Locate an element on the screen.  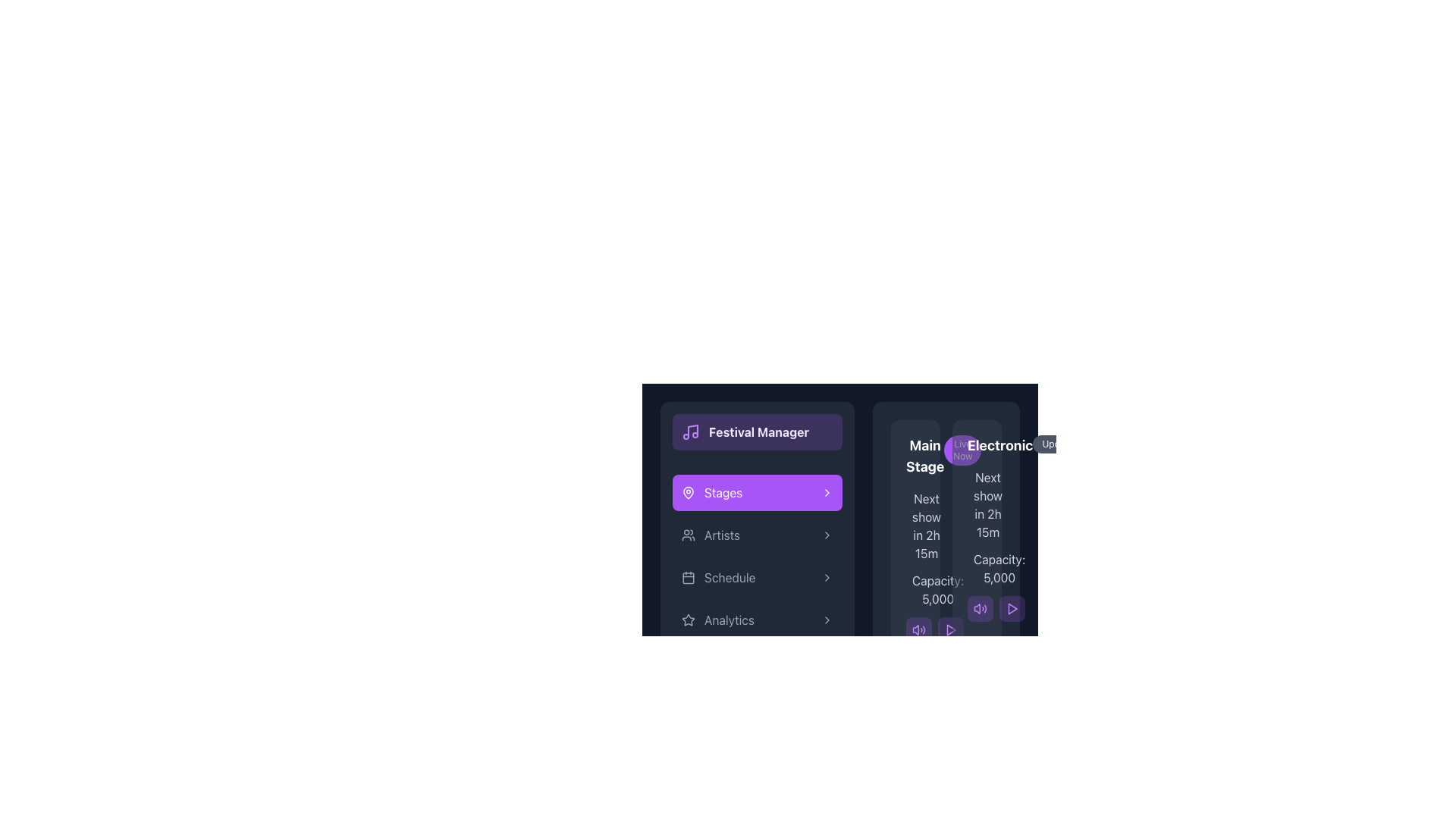
the chevron icon located to the far right of the 'Stages' button is located at coordinates (826, 493).